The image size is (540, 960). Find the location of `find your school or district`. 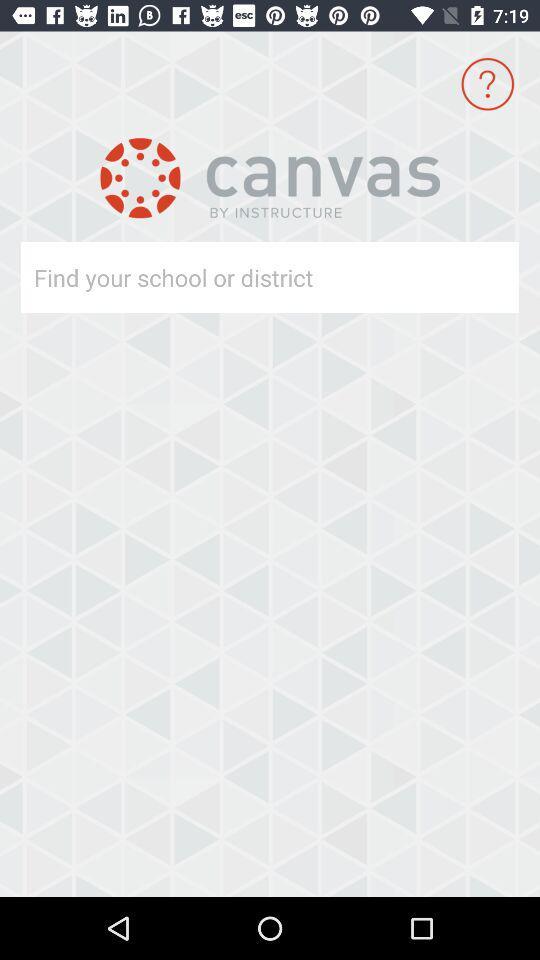

find your school or district is located at coordinates (233, 276).